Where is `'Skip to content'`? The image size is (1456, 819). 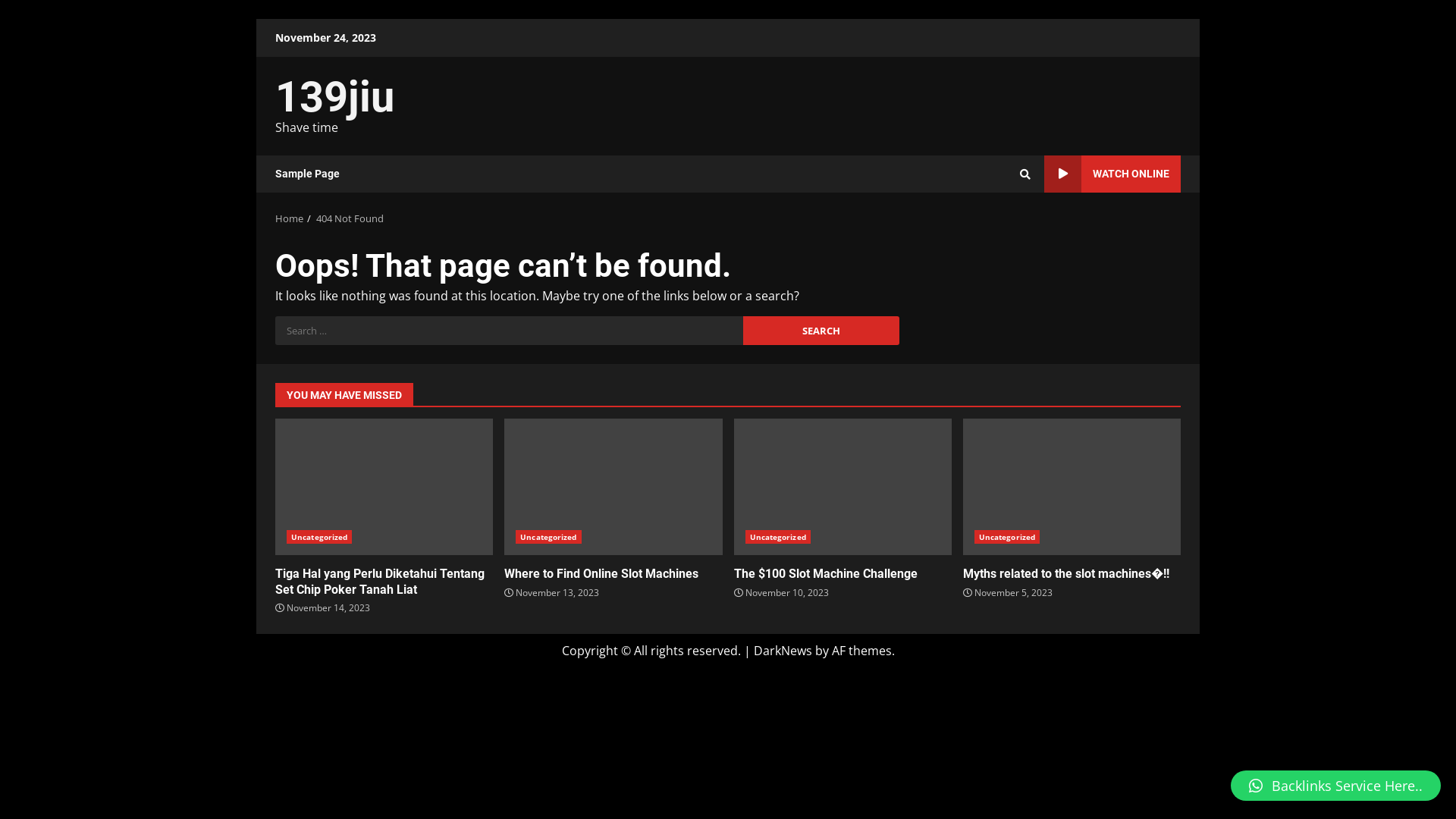 'Skip to content' is located at coordinates (256, 18).